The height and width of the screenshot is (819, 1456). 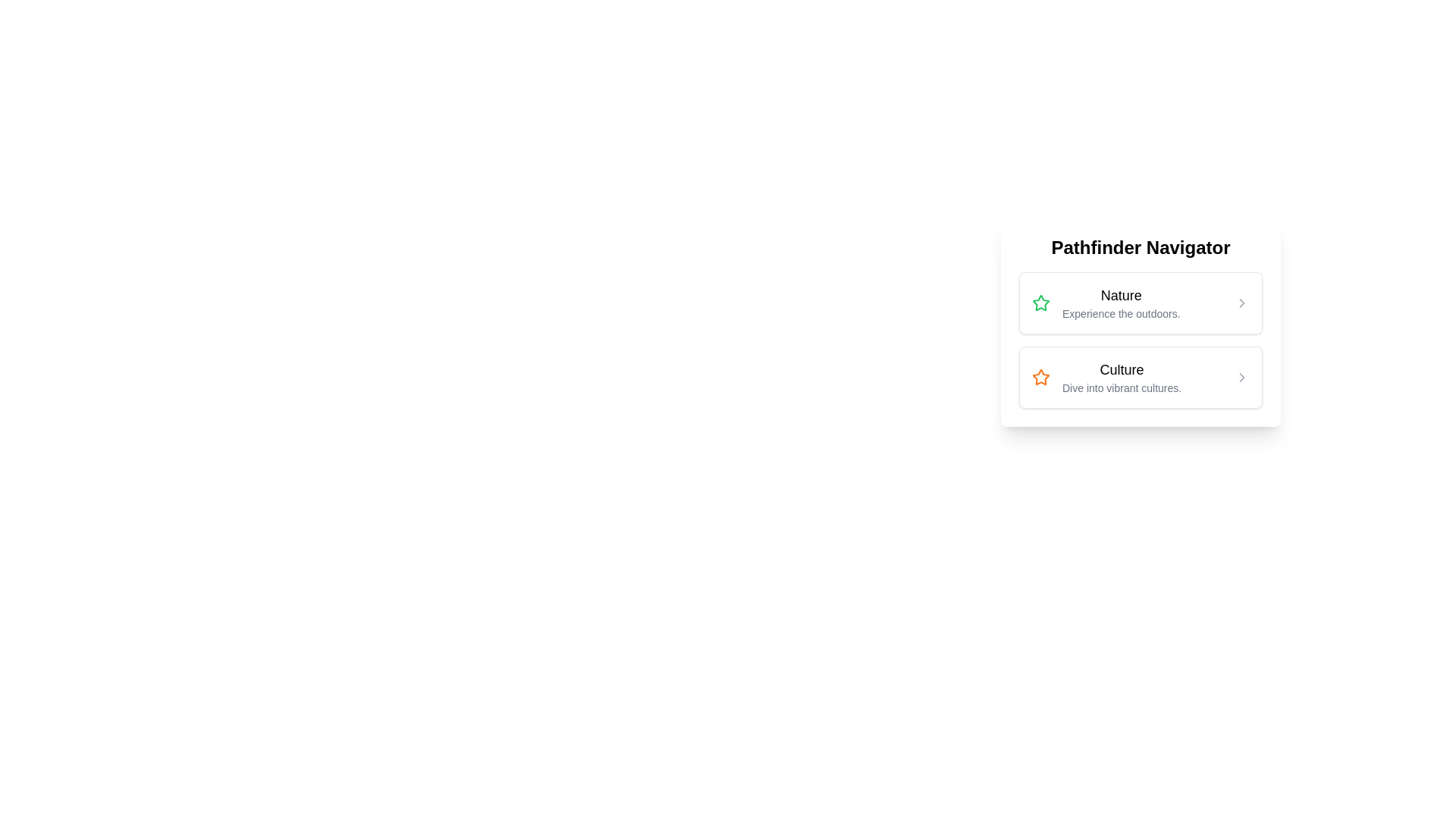 What do you see at coordinates (1106, 376) in the screenshot?
I see `the List item labeled 'Culture' which contains an orange star icon and the text 'Dive into vibrant cultures.'` at bounding box center [1106, 376].